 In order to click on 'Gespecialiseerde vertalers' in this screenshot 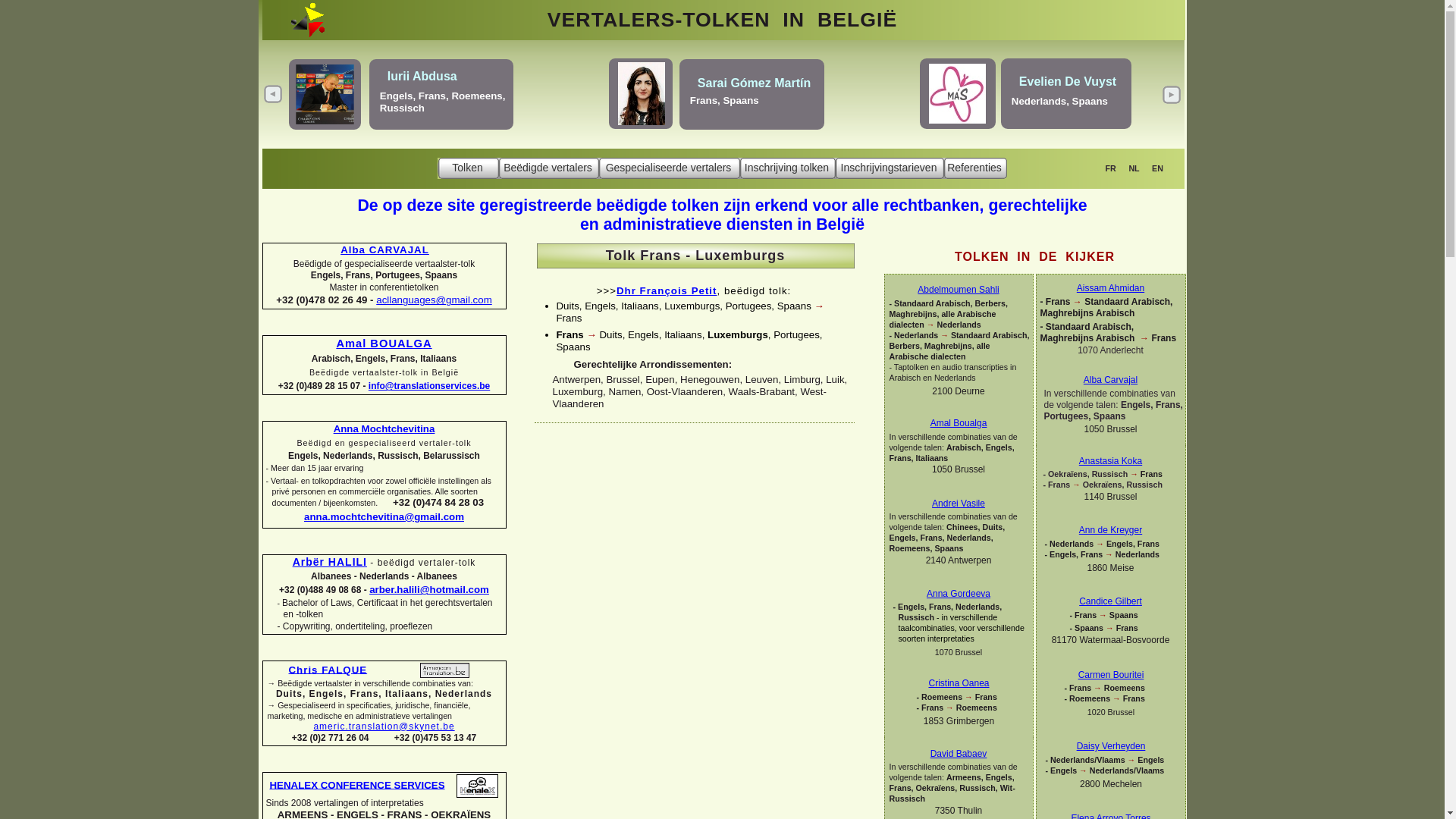, I will do `click(669, 168)`.